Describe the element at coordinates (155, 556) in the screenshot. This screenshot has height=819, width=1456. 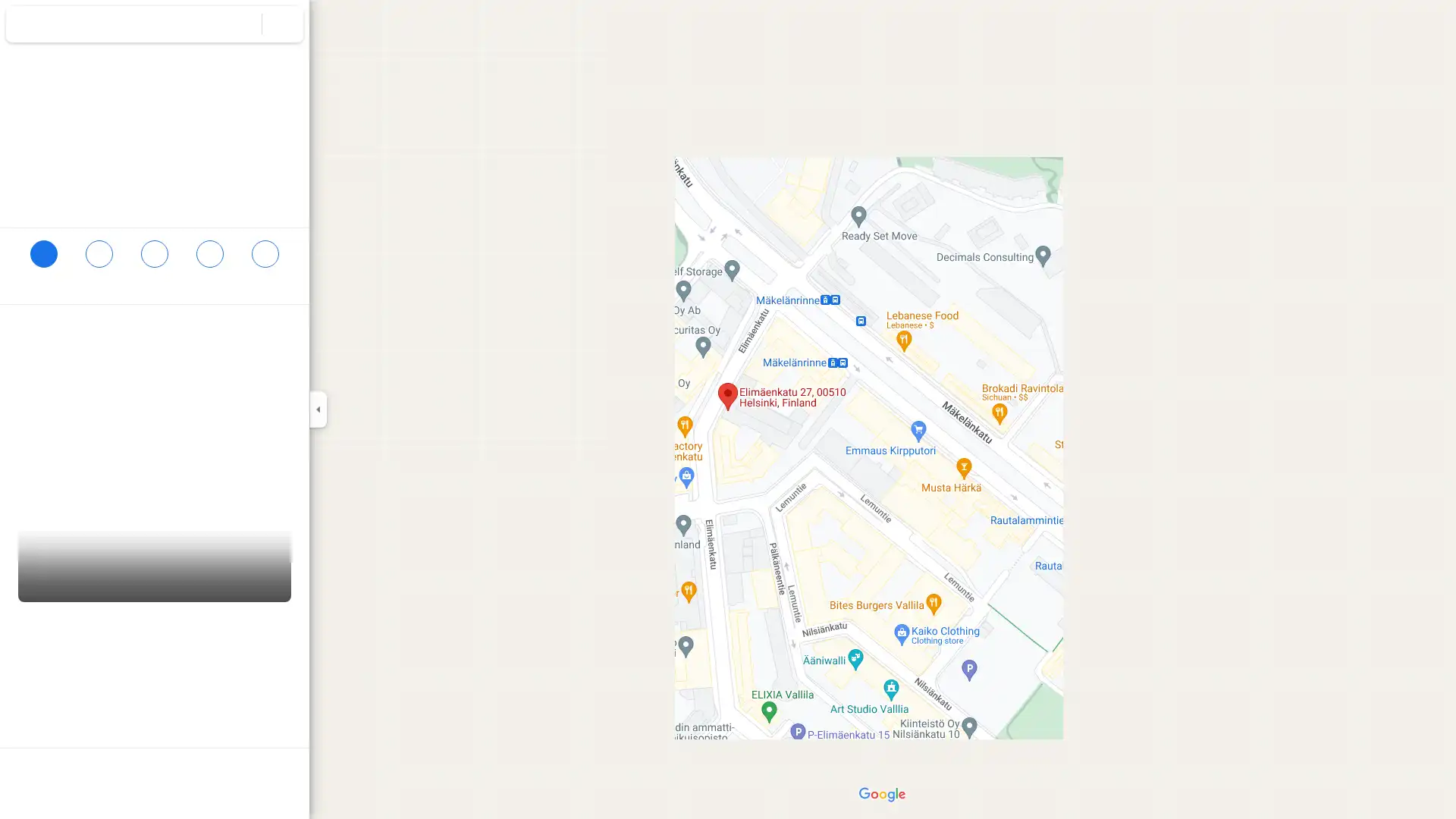
I see `Street View` at that location.